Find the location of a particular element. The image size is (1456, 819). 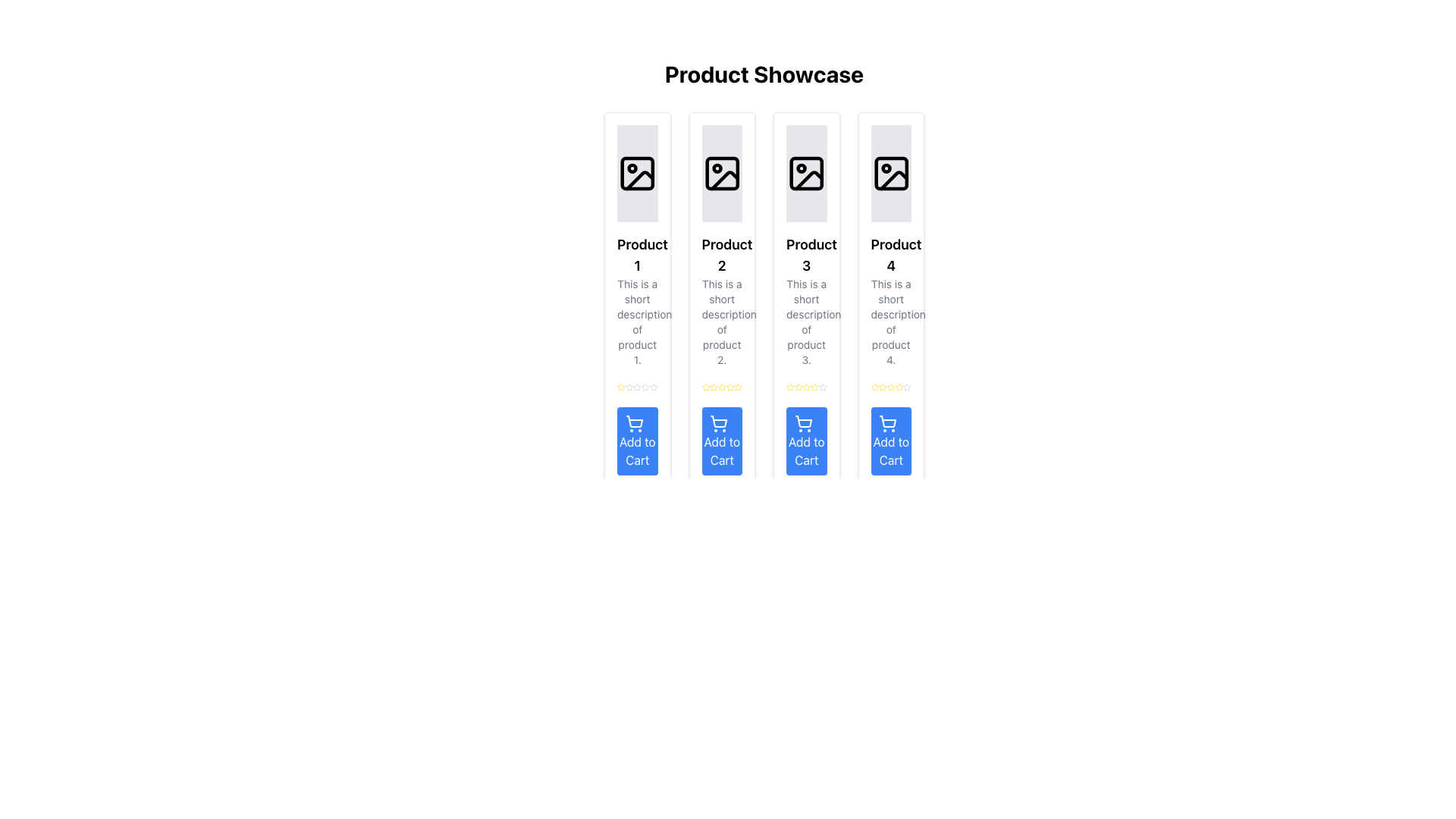

the second star icon in the rating system below the description of Product 2 is located at coordinates (704, 386).